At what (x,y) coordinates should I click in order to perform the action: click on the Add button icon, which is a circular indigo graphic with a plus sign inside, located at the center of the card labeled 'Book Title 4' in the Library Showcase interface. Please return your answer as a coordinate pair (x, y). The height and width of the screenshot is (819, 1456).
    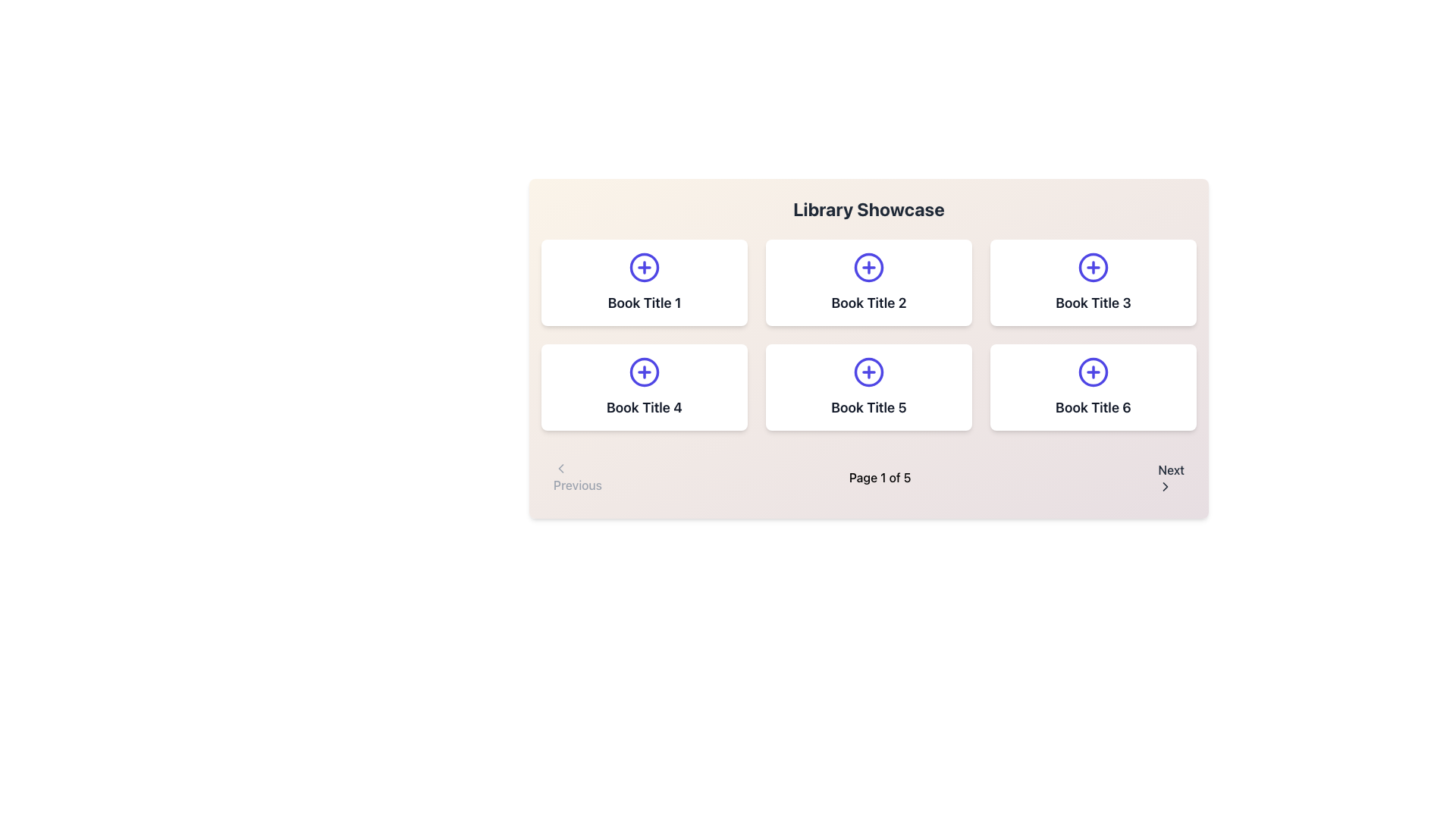
    Looking at the image, I should click on (644, 372).